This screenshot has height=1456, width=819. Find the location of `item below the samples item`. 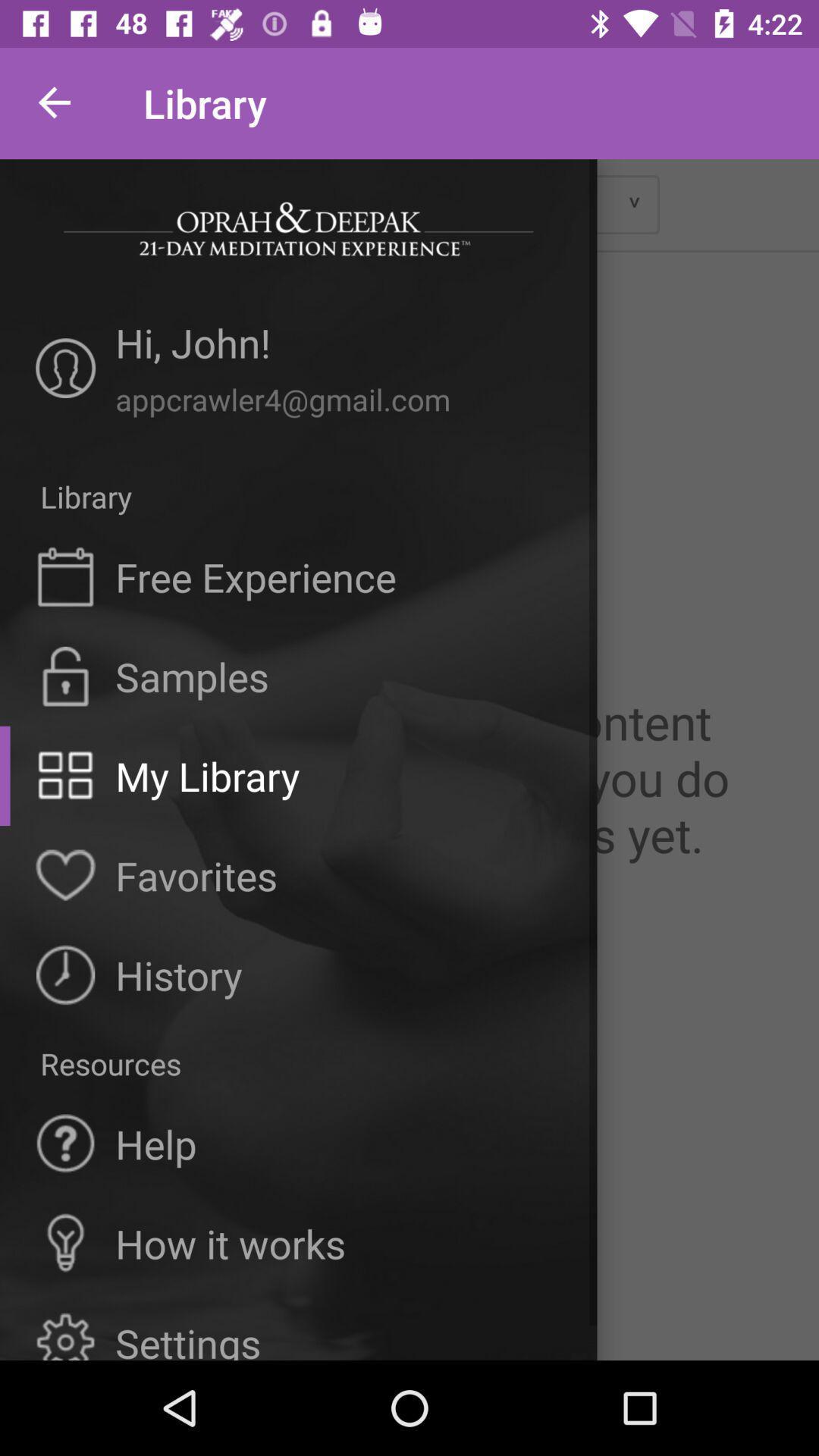

item below the samples item is located at coordinates (207, 776).